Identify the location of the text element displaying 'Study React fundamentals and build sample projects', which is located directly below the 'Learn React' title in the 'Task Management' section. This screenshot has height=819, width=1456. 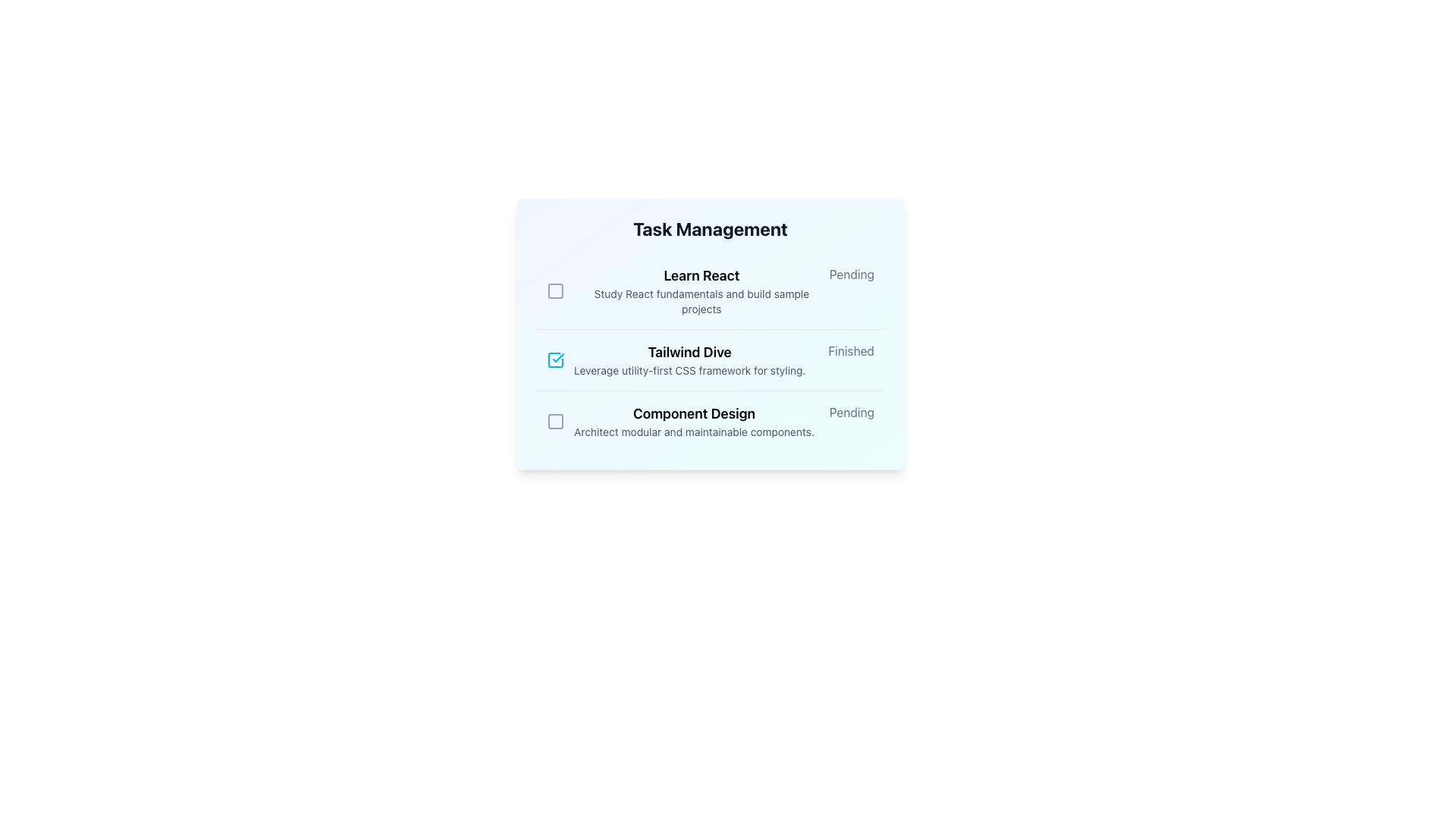
(701, 301).